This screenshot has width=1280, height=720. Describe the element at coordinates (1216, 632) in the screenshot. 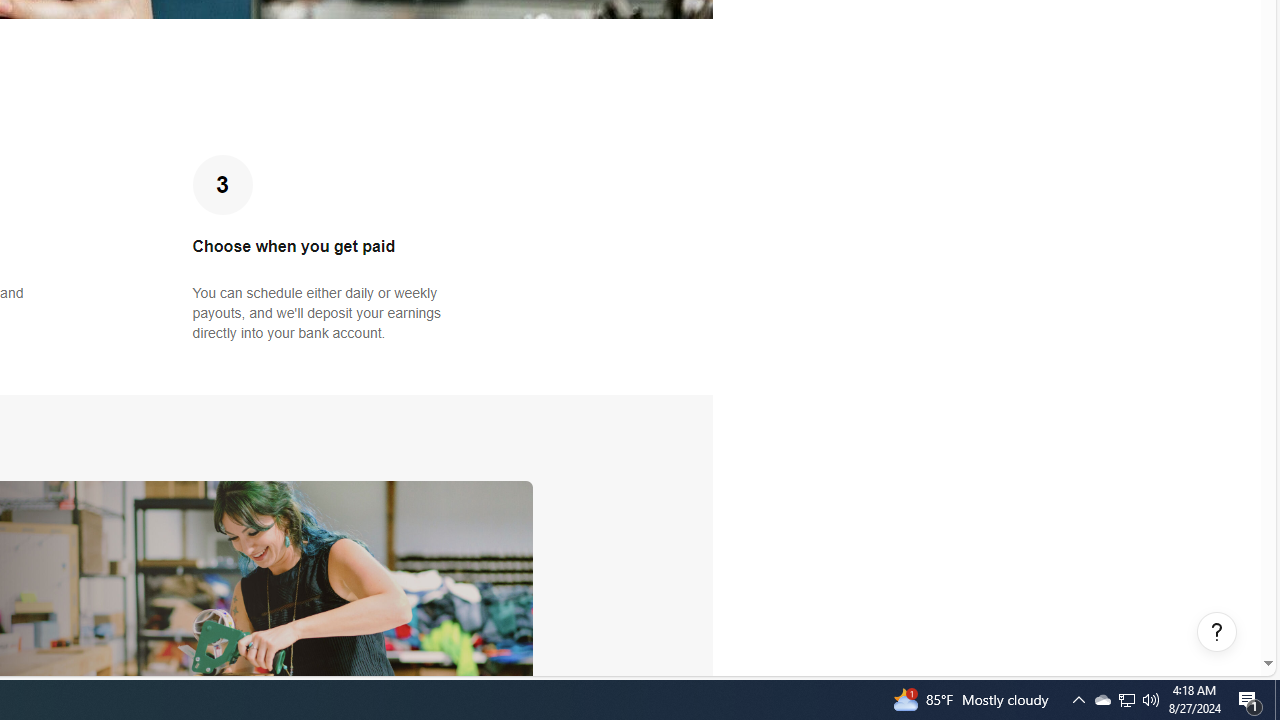

I see `'Help, opens dialogs'` at that location.